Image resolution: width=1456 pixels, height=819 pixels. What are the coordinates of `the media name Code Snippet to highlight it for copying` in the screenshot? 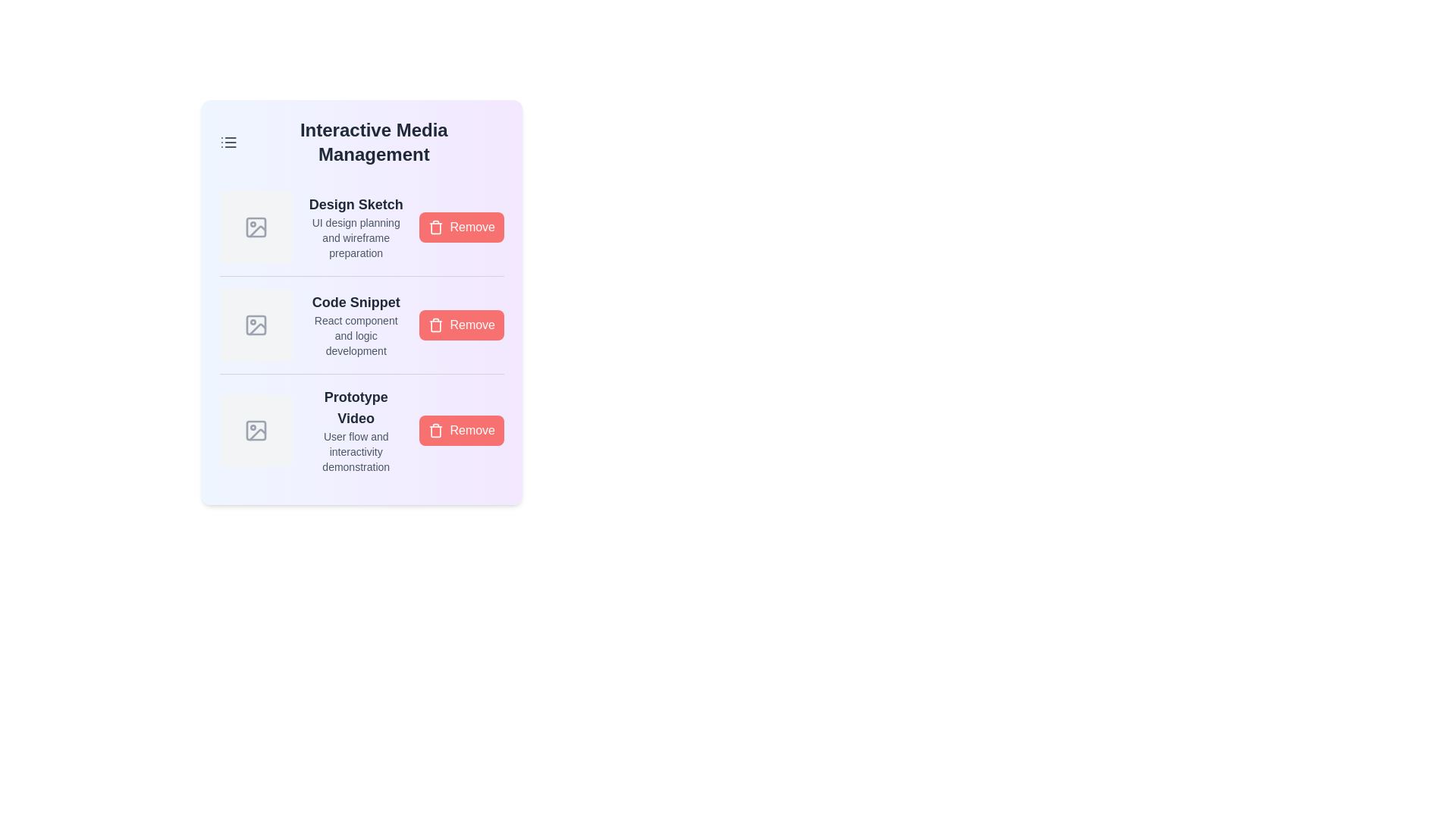 It's located at (355, 302).